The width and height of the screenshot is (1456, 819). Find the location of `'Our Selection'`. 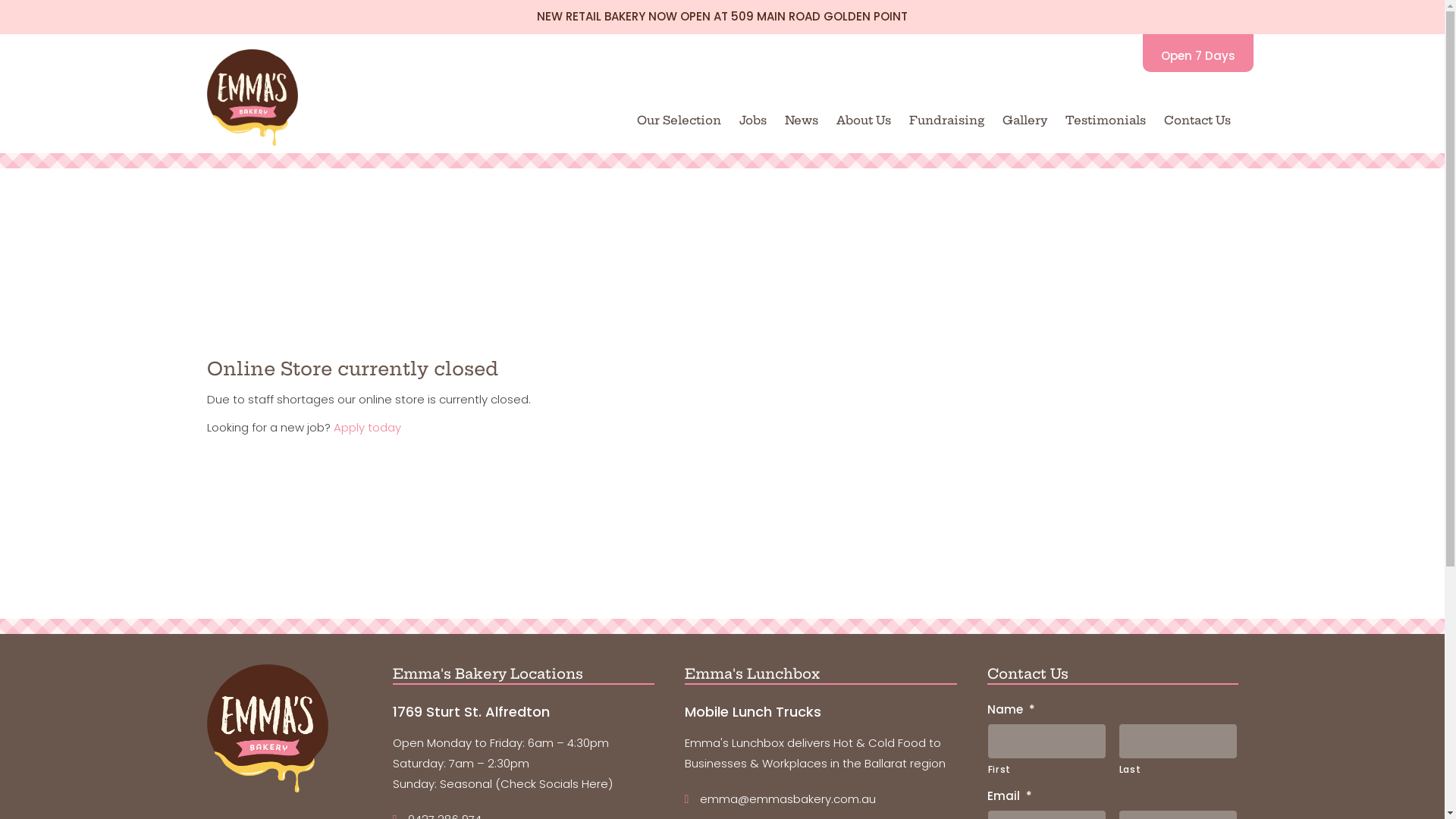

'Our Selection' is located at coordinates (678, 119).